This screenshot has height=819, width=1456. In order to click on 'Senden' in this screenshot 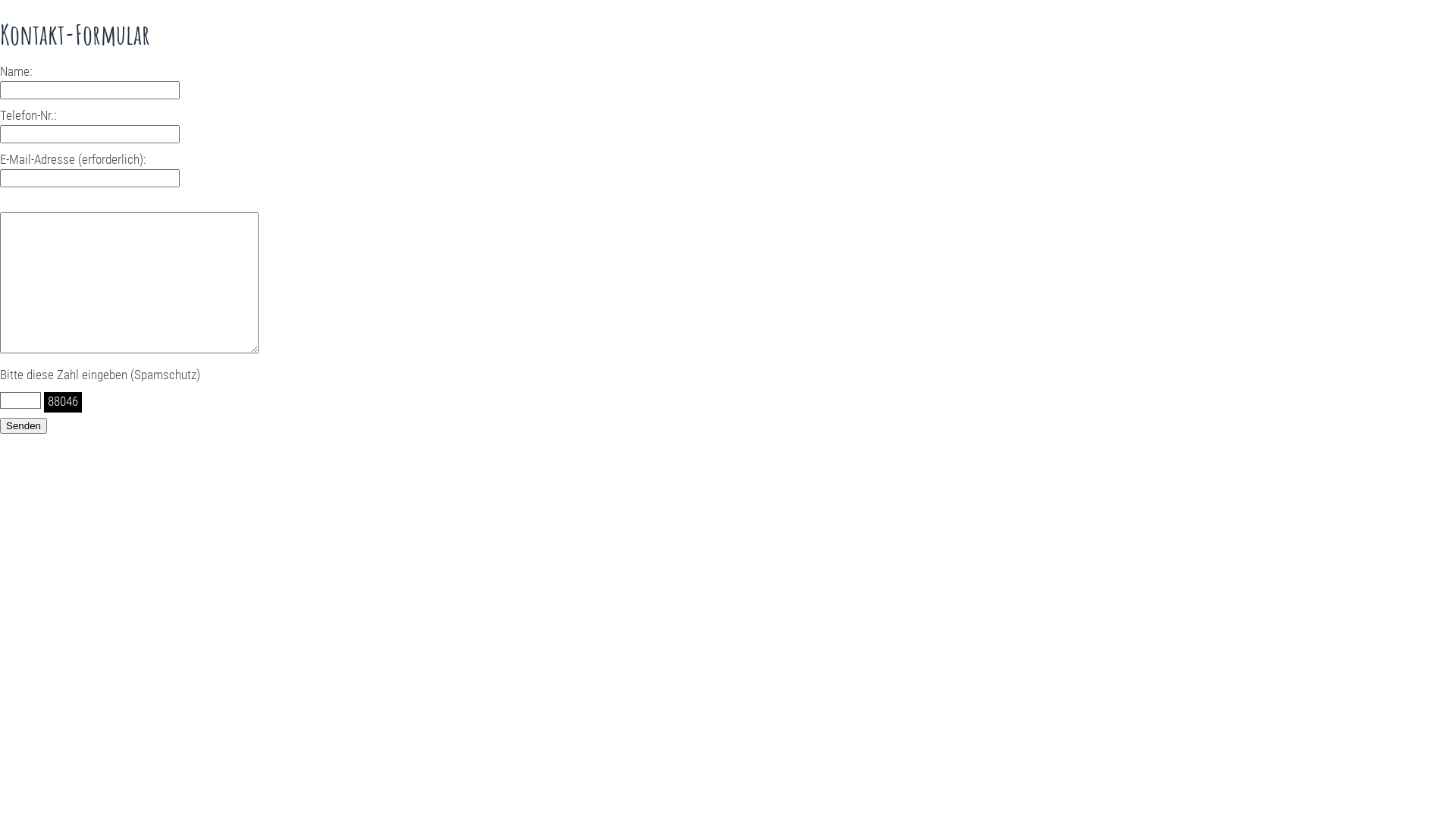, I will do `click(23, 425)`.